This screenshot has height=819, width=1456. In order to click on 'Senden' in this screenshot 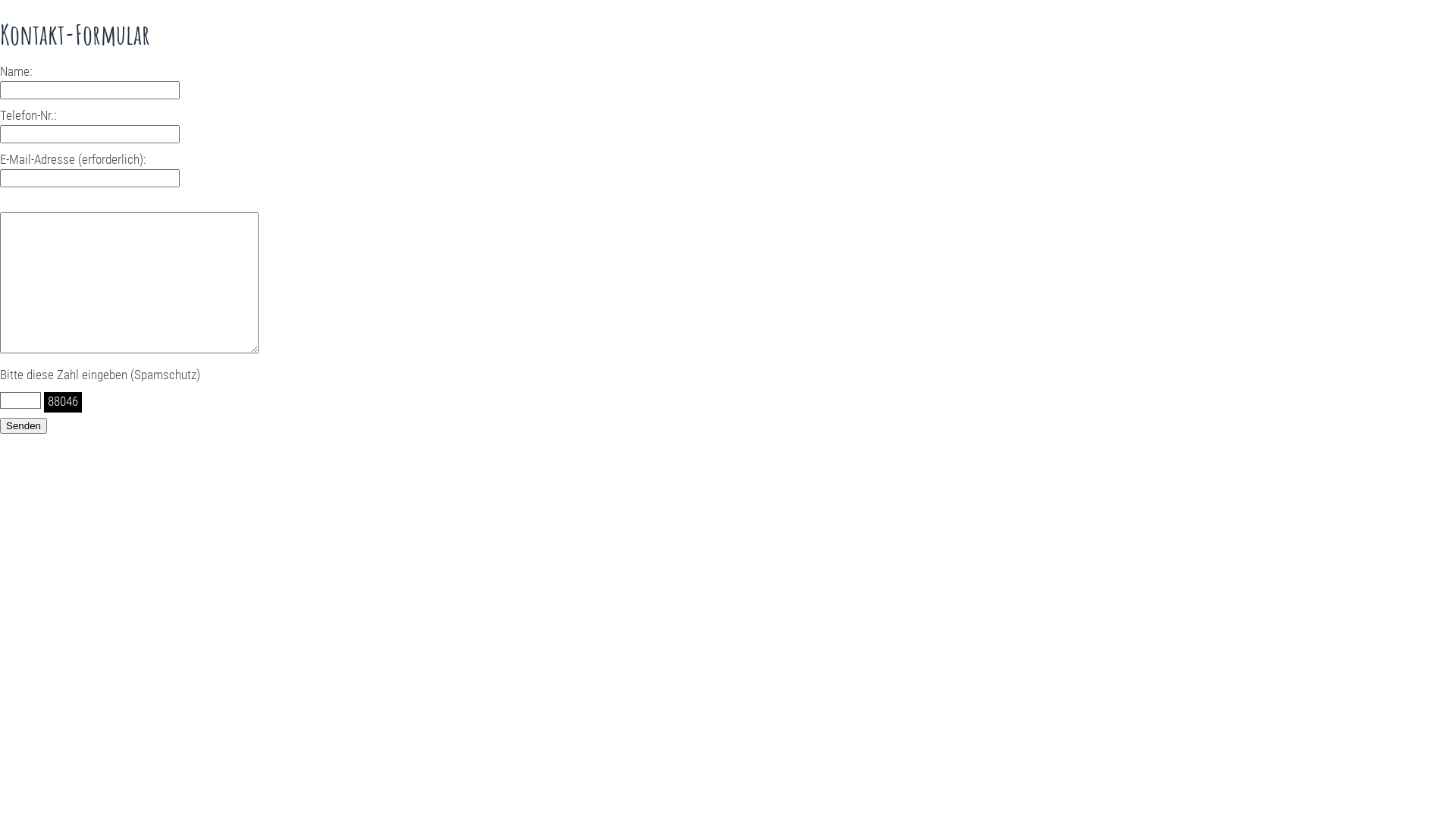, I will do `click(23, 425)`.